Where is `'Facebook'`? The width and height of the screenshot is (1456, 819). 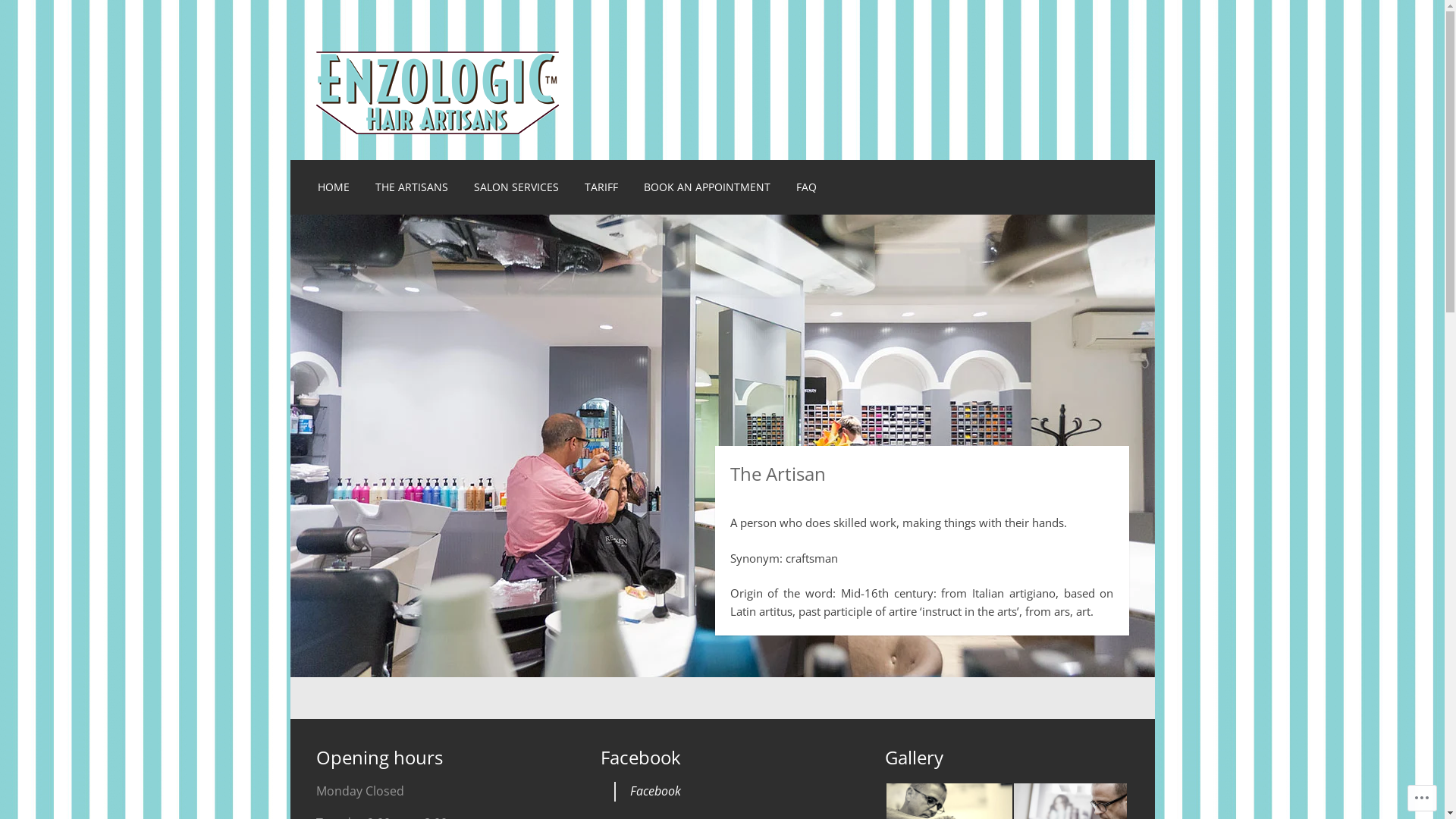
'Facebook' is located at coordinates (629, 789).